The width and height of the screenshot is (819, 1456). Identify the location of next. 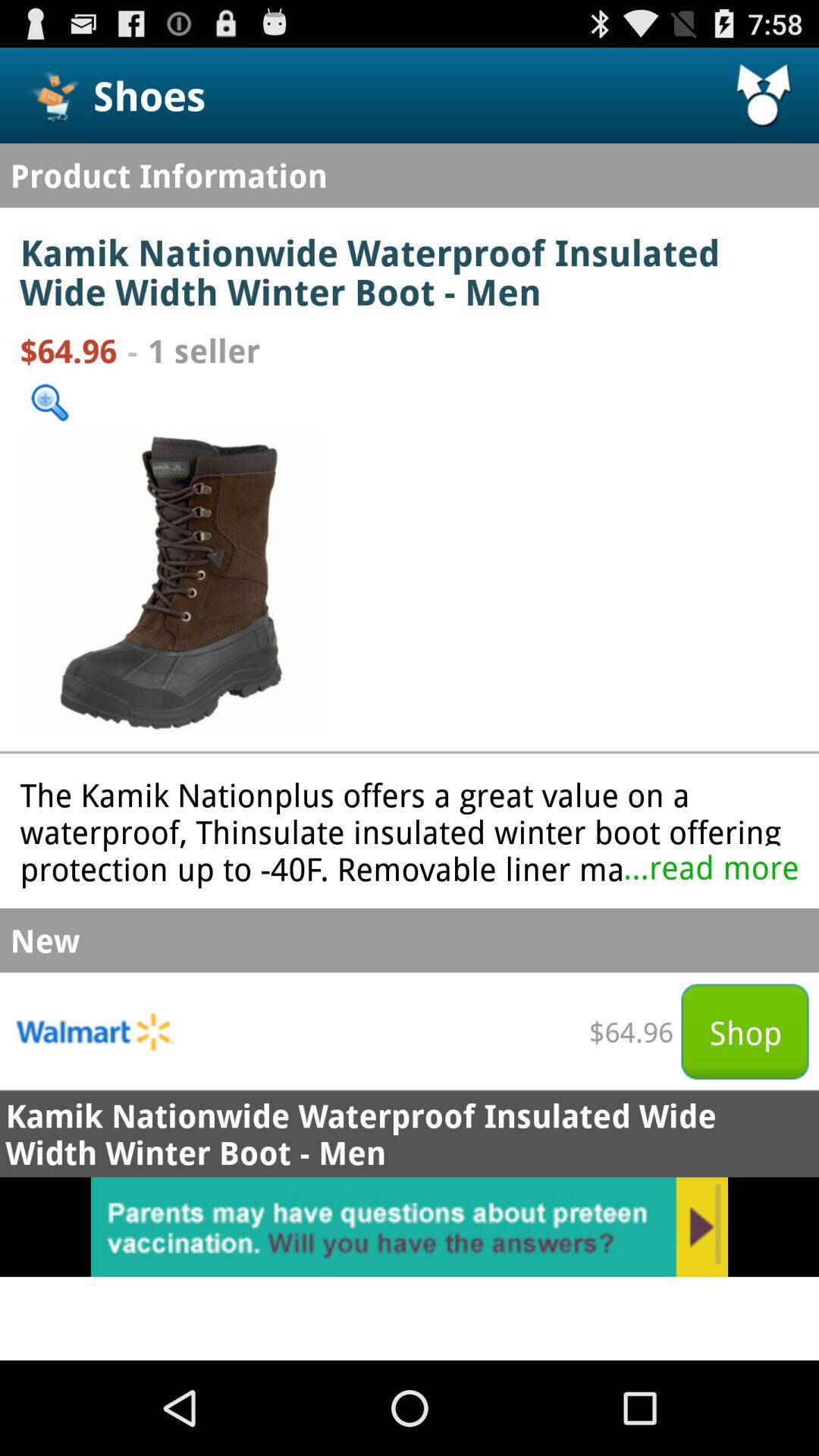
(409, 1227).